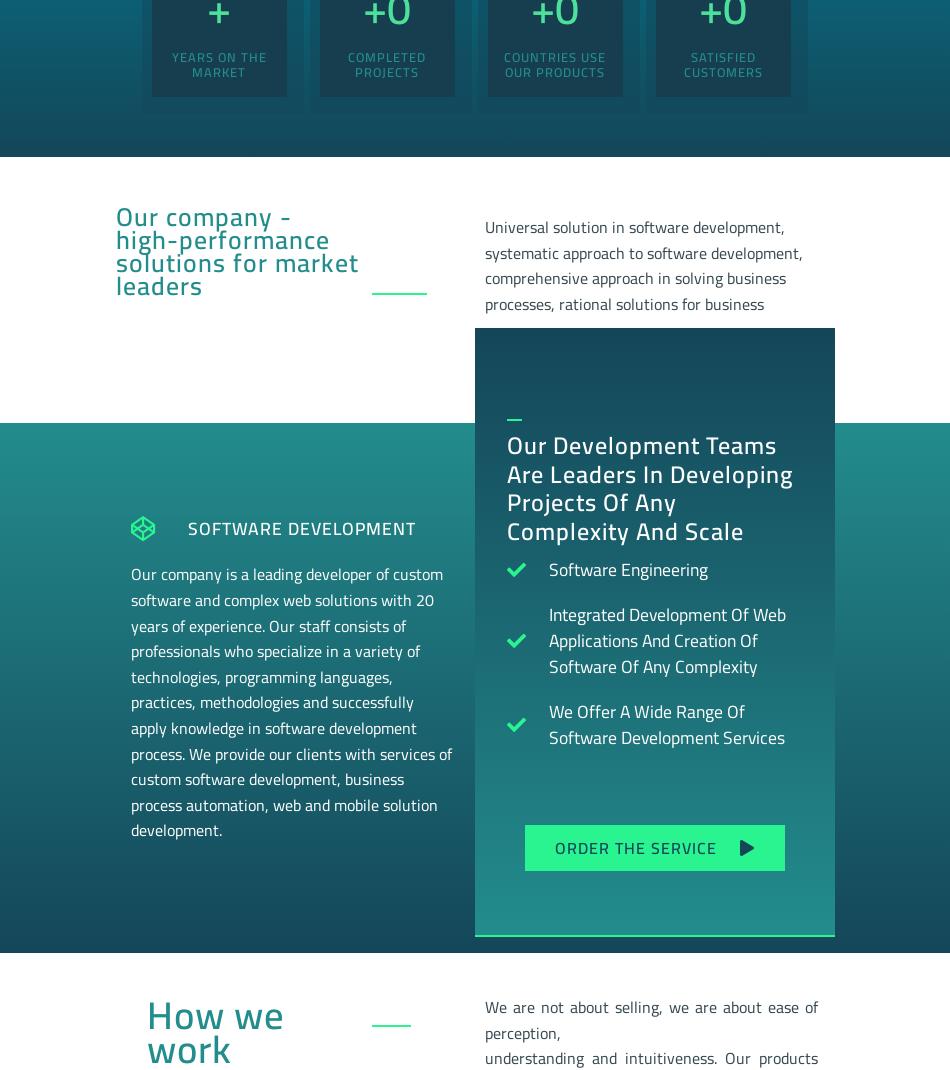  I want to click on 'countries use our products', so click(554, 62).